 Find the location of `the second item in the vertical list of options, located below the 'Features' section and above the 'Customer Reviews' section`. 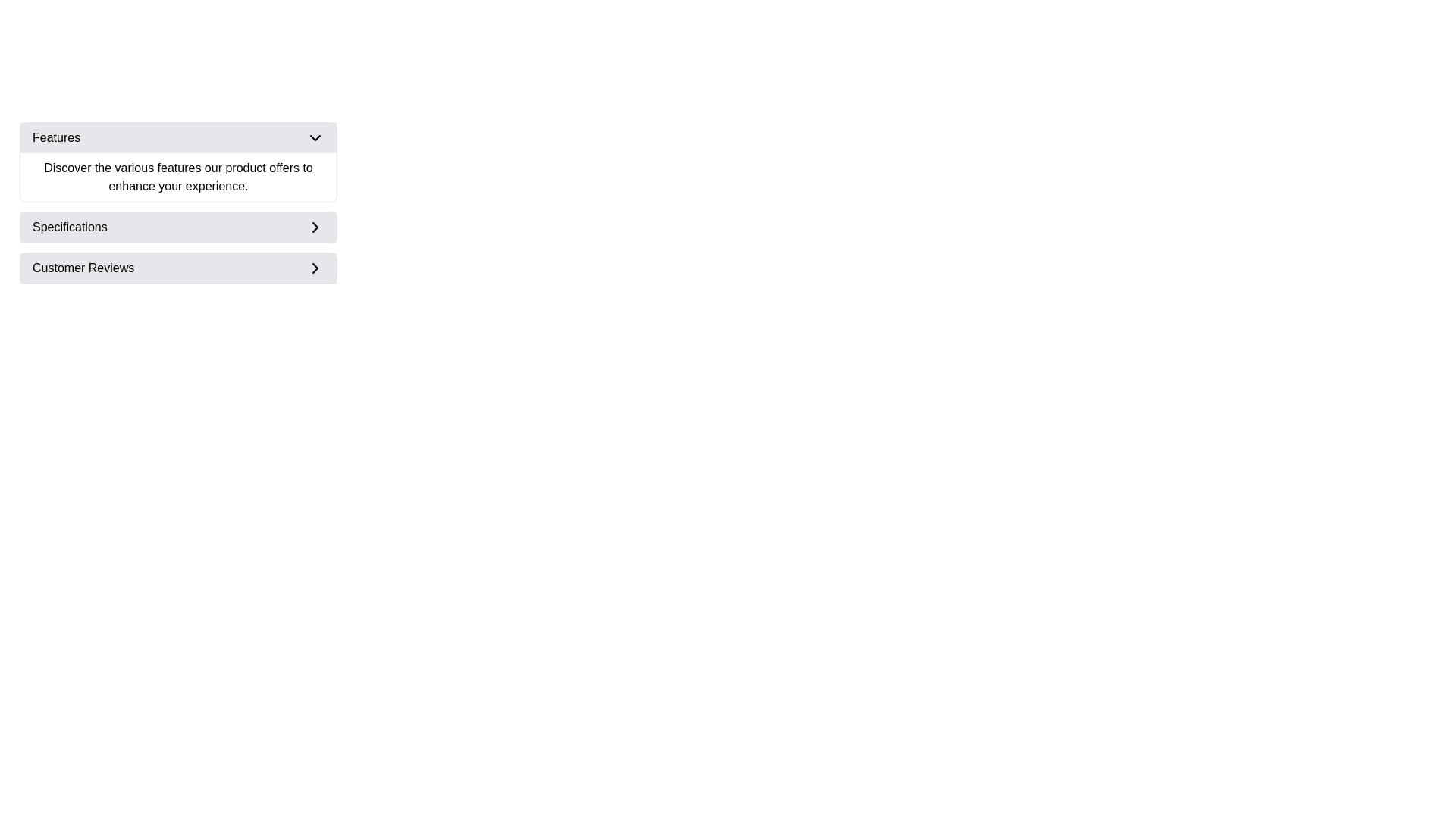

the second item in the vertical list of options, located below the 'Features' section and above the 'Customer Reviews' section is located at coordinates (178, 227).